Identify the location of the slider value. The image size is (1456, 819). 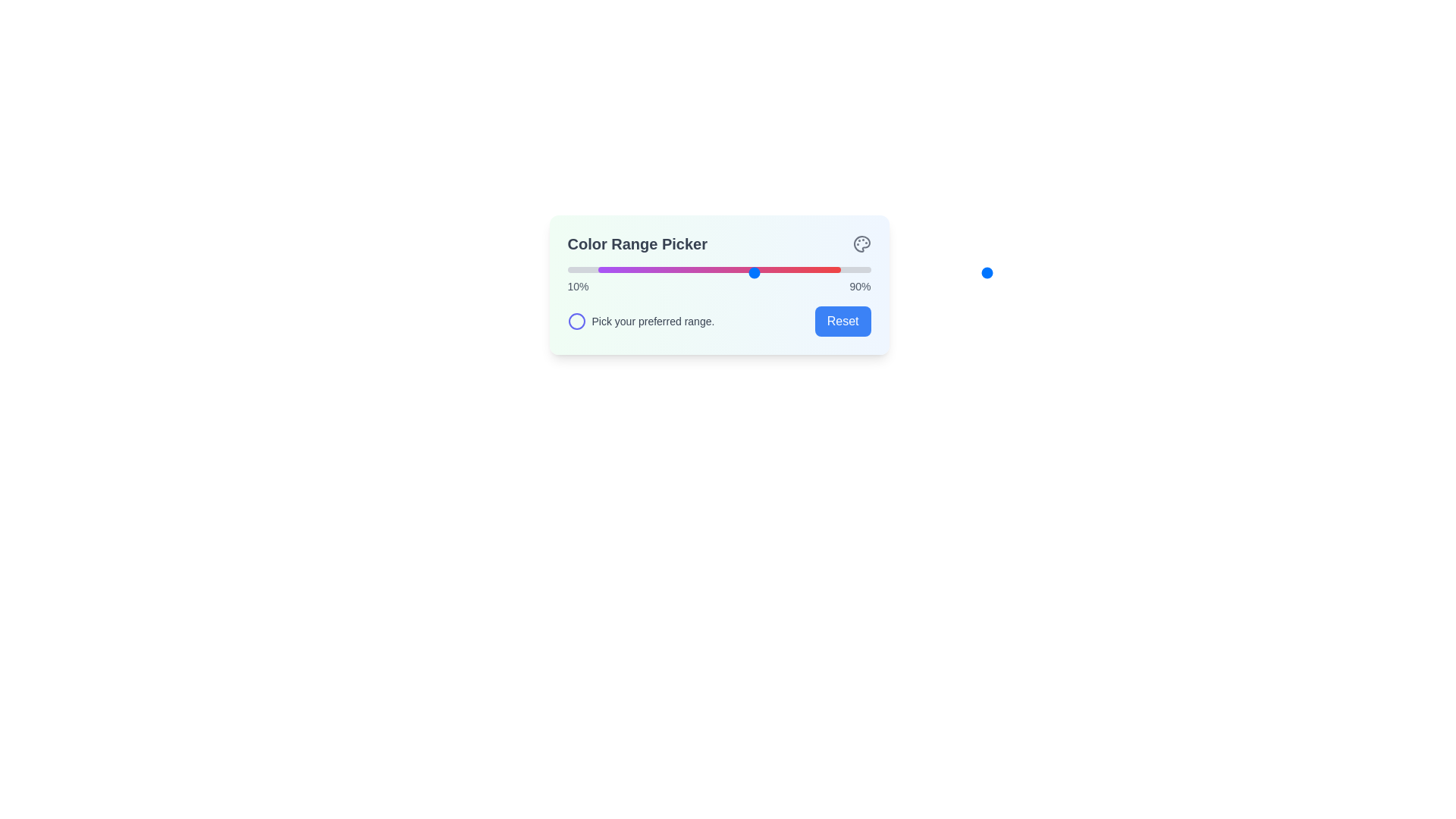
(708, 268).